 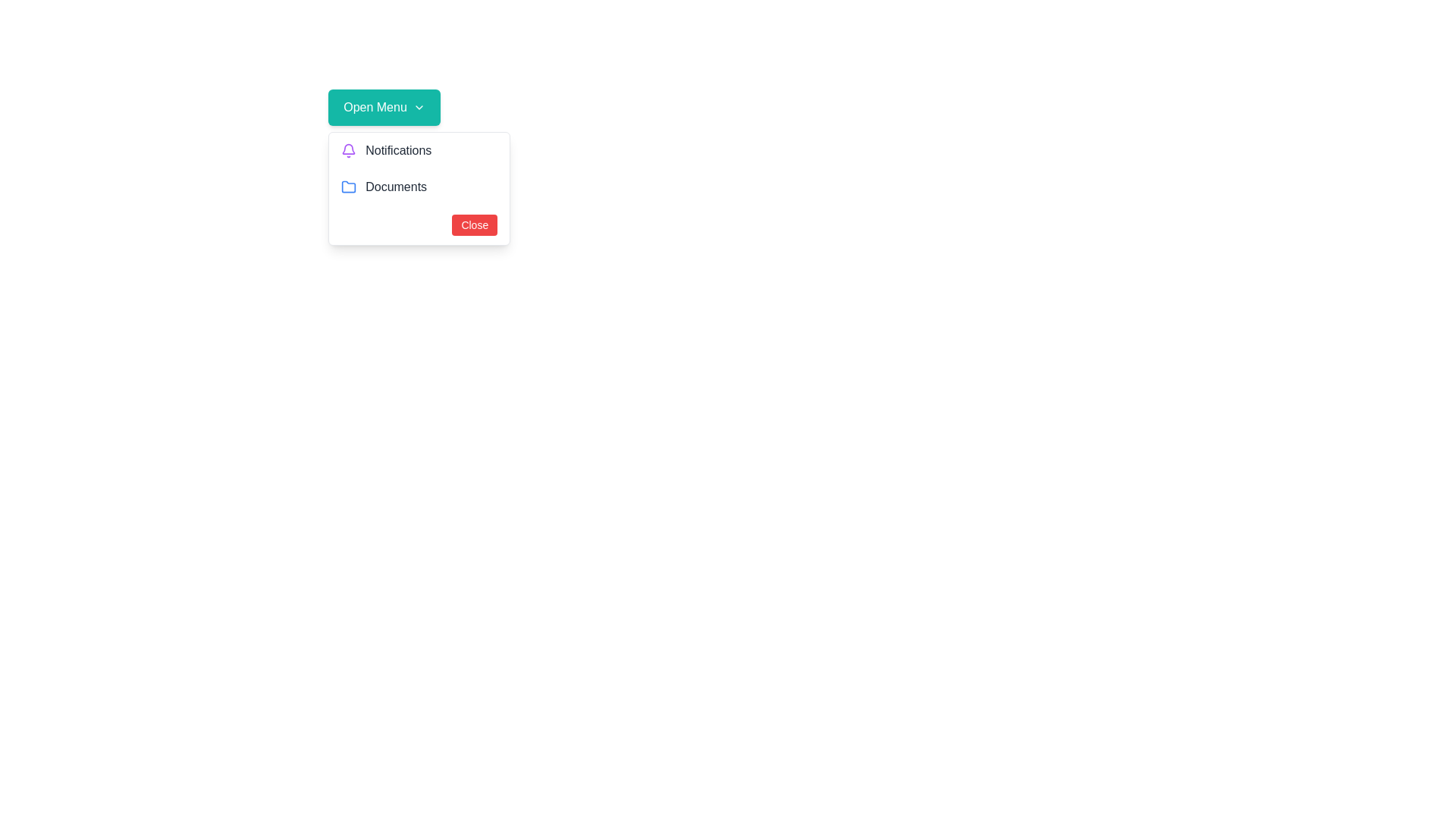 I want to click on the first item in the dropdown menu that serves as a navigational label related to notifications, which is located above the 'Documents' option and has a bell icon to its left, so click(x=398, y=151).